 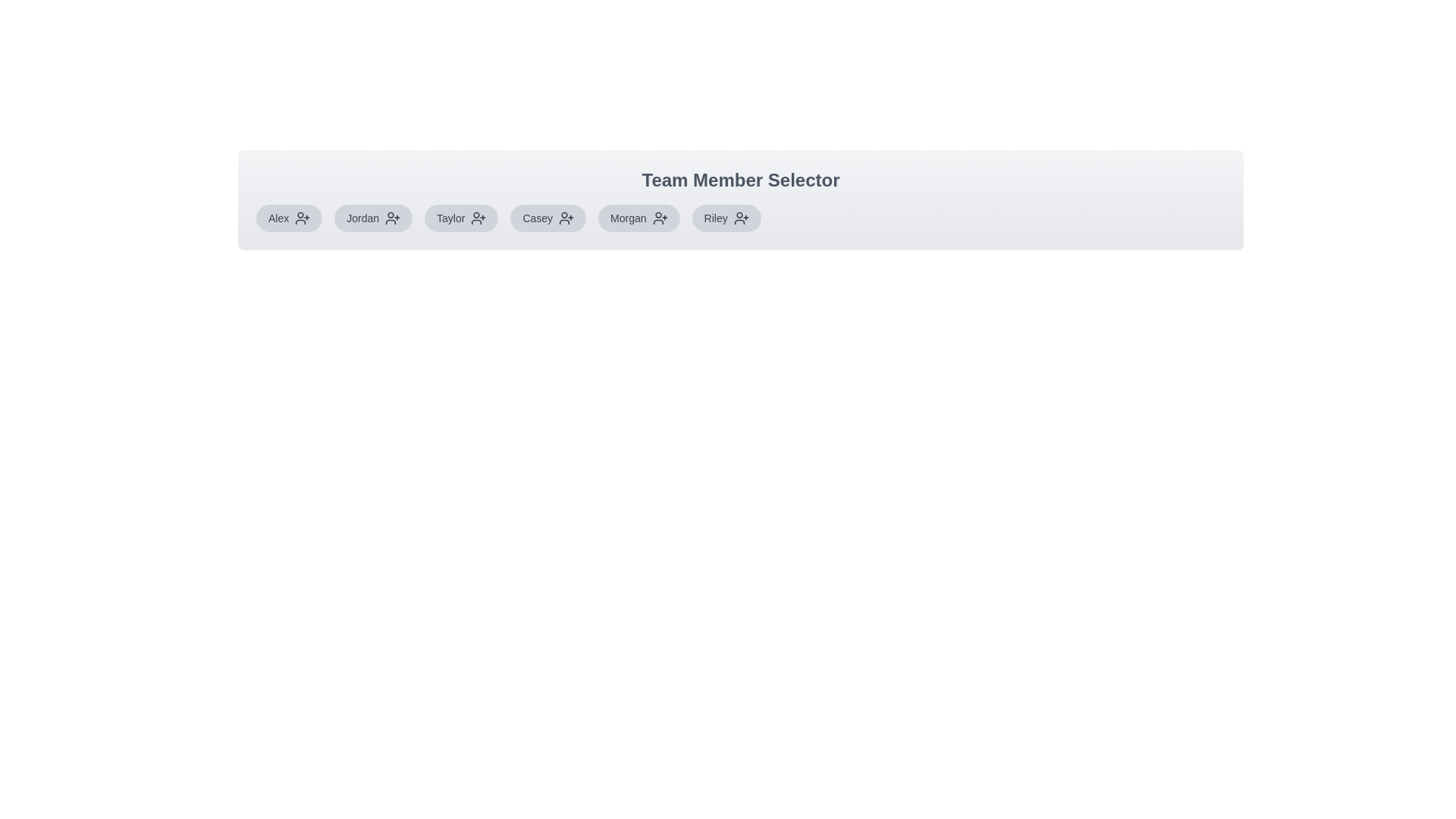 I want to click on the team member Taylor, so click(x=460, y=218).